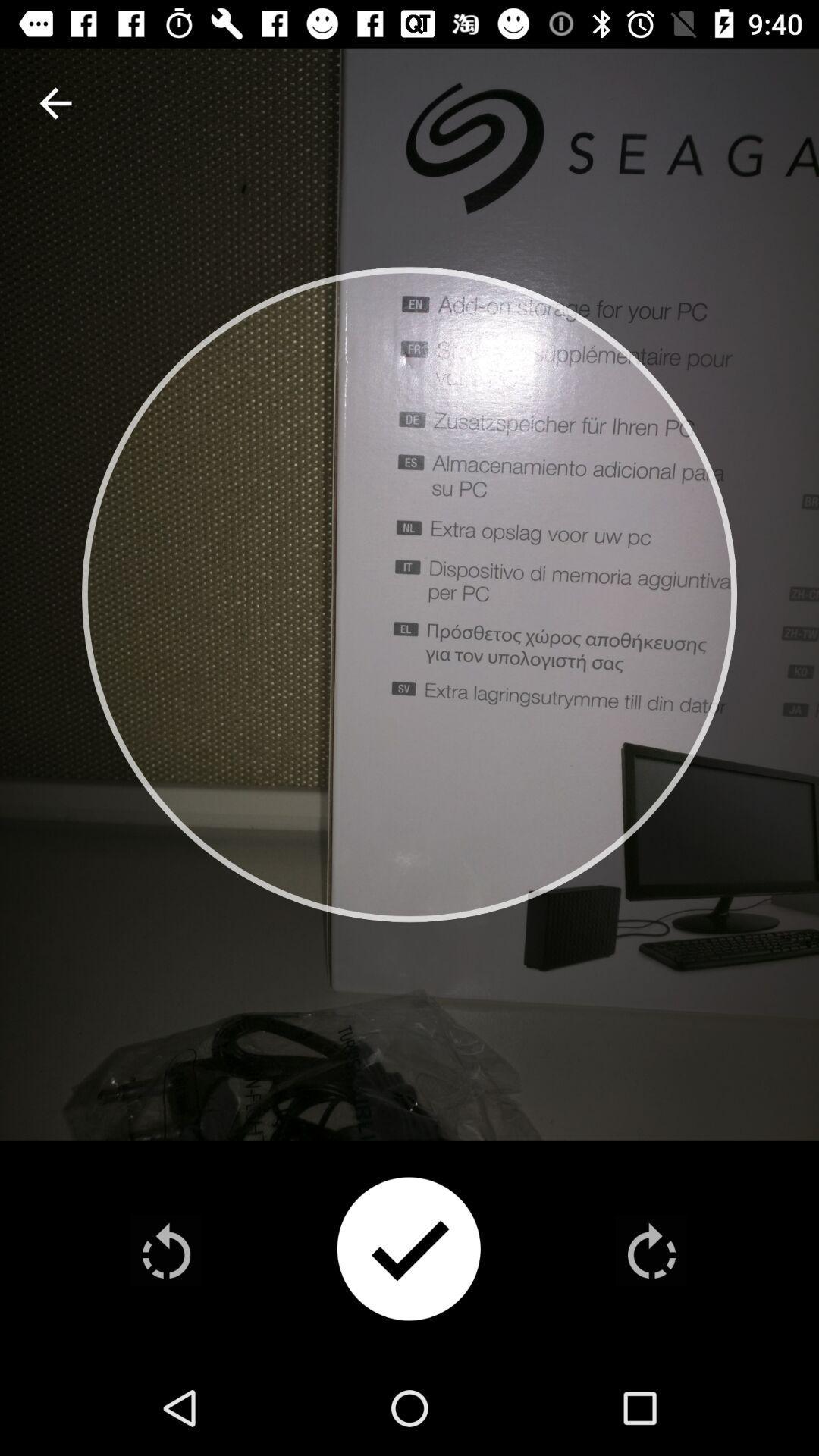  I want to click on rotate picture clockwise, so click(651, 1250).